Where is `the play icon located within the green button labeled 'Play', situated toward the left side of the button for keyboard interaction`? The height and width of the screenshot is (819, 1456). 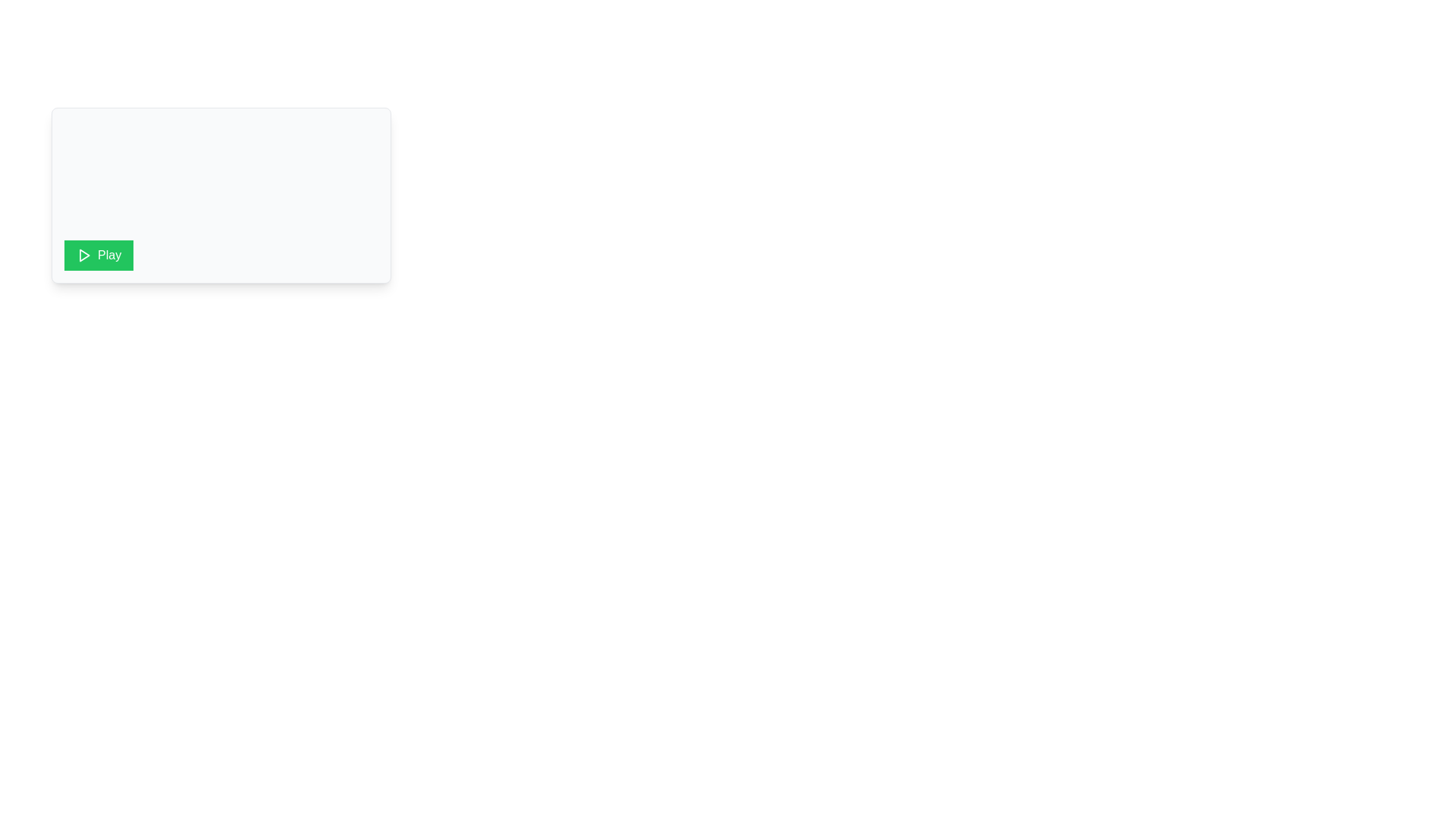 the play icon located within the green button labeled 'Play', situated toward the left side of the button for keyboard interaction is located at coordinates (83, 254).